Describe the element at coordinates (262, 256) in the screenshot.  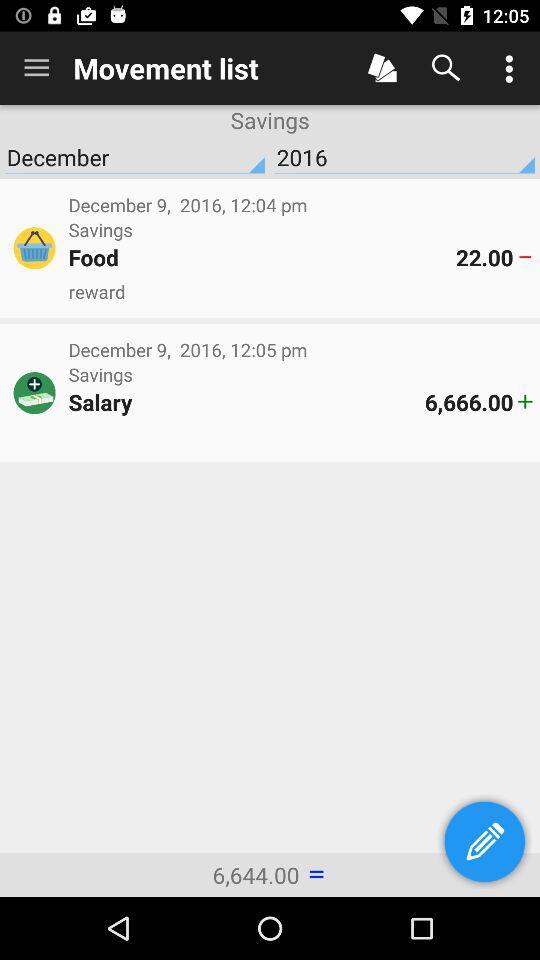
I see `item below the savings icon` at that location.